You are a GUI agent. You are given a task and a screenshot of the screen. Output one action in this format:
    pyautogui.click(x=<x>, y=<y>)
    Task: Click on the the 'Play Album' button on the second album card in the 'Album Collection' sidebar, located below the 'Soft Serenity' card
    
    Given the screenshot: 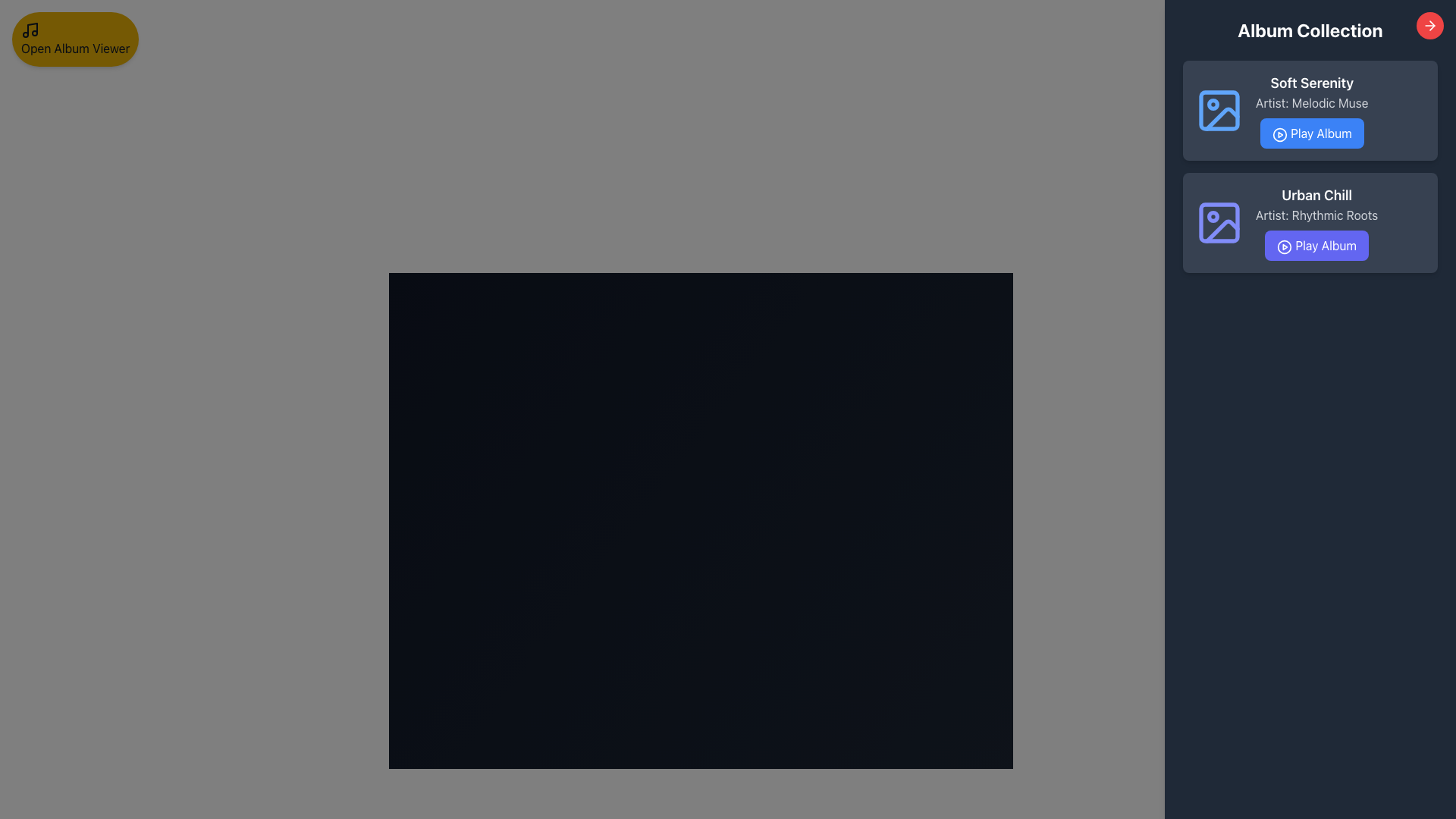 What is the action you would take?
    pyautogui.click(x=1310, y=222)
    